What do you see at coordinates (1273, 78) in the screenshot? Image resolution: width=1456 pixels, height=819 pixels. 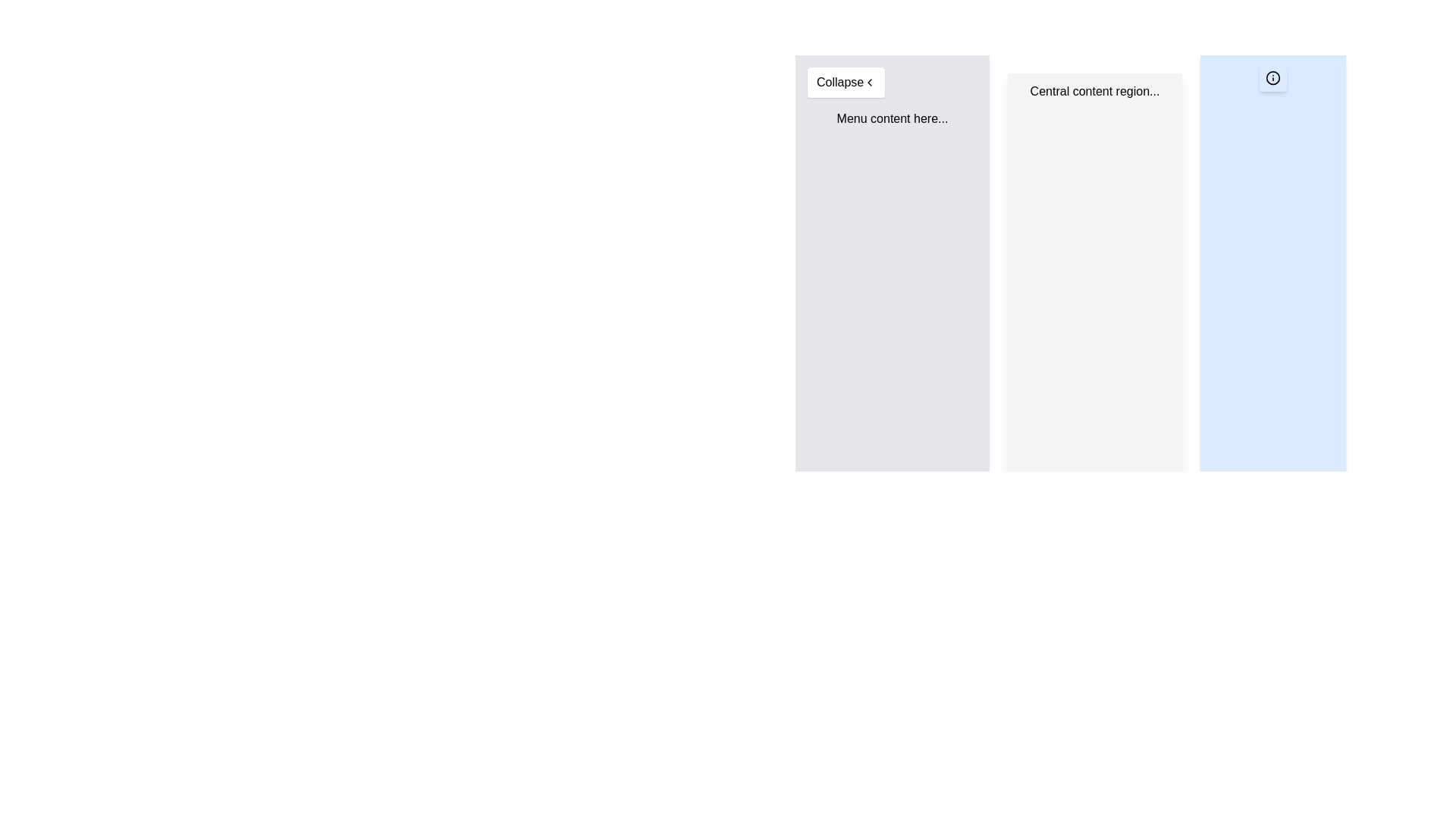 I see `the compact circular information button with a blue background and outlined 'i' icon located at the top right corner of the blue sidebar` at bounding box center [1273, 78].